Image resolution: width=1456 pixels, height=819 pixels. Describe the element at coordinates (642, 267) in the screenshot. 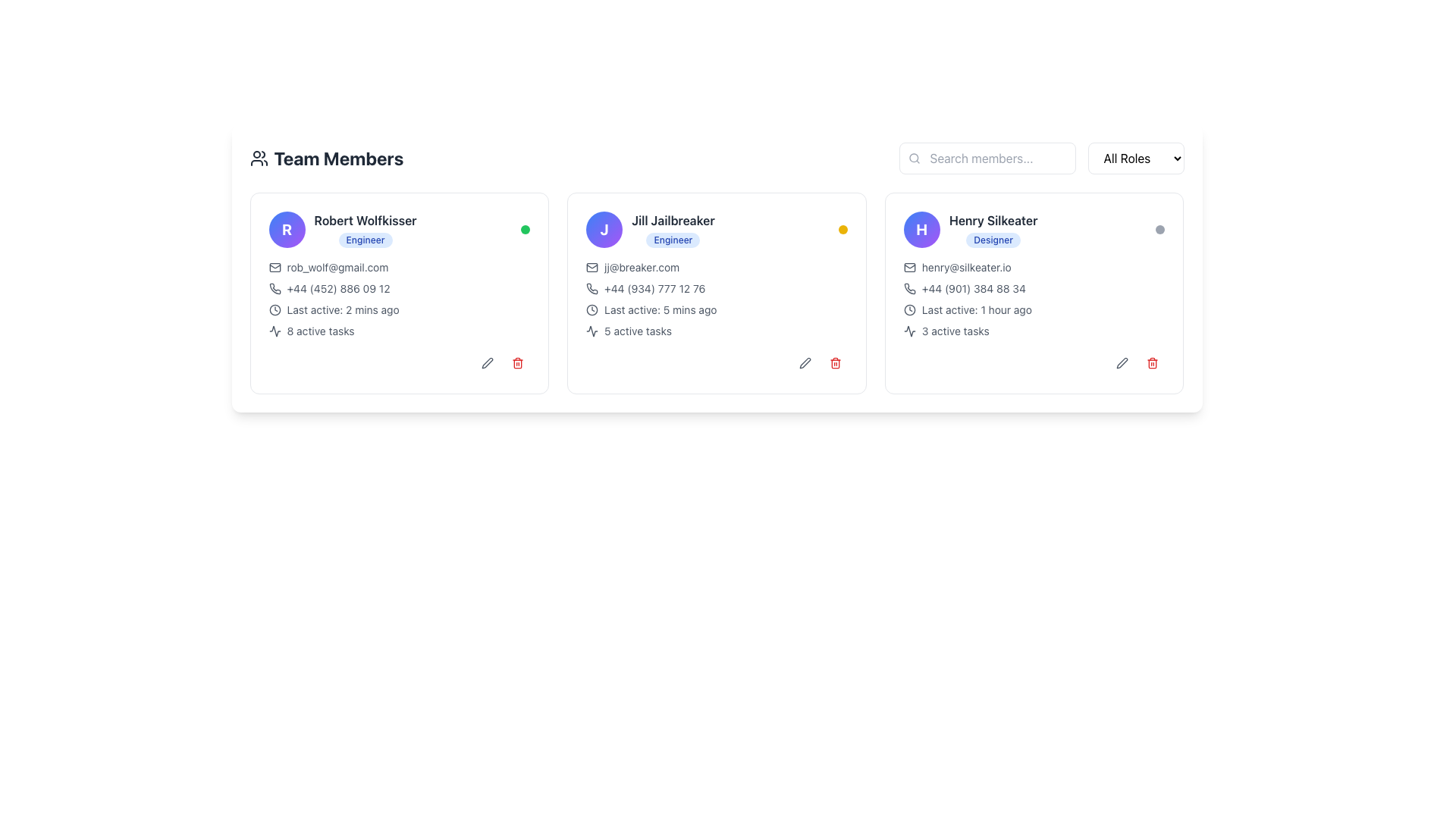

I see `the email hyperlink 'jj@breaker.com' located under the name 'Jill Jailbreaker' in the middle card` at that location.